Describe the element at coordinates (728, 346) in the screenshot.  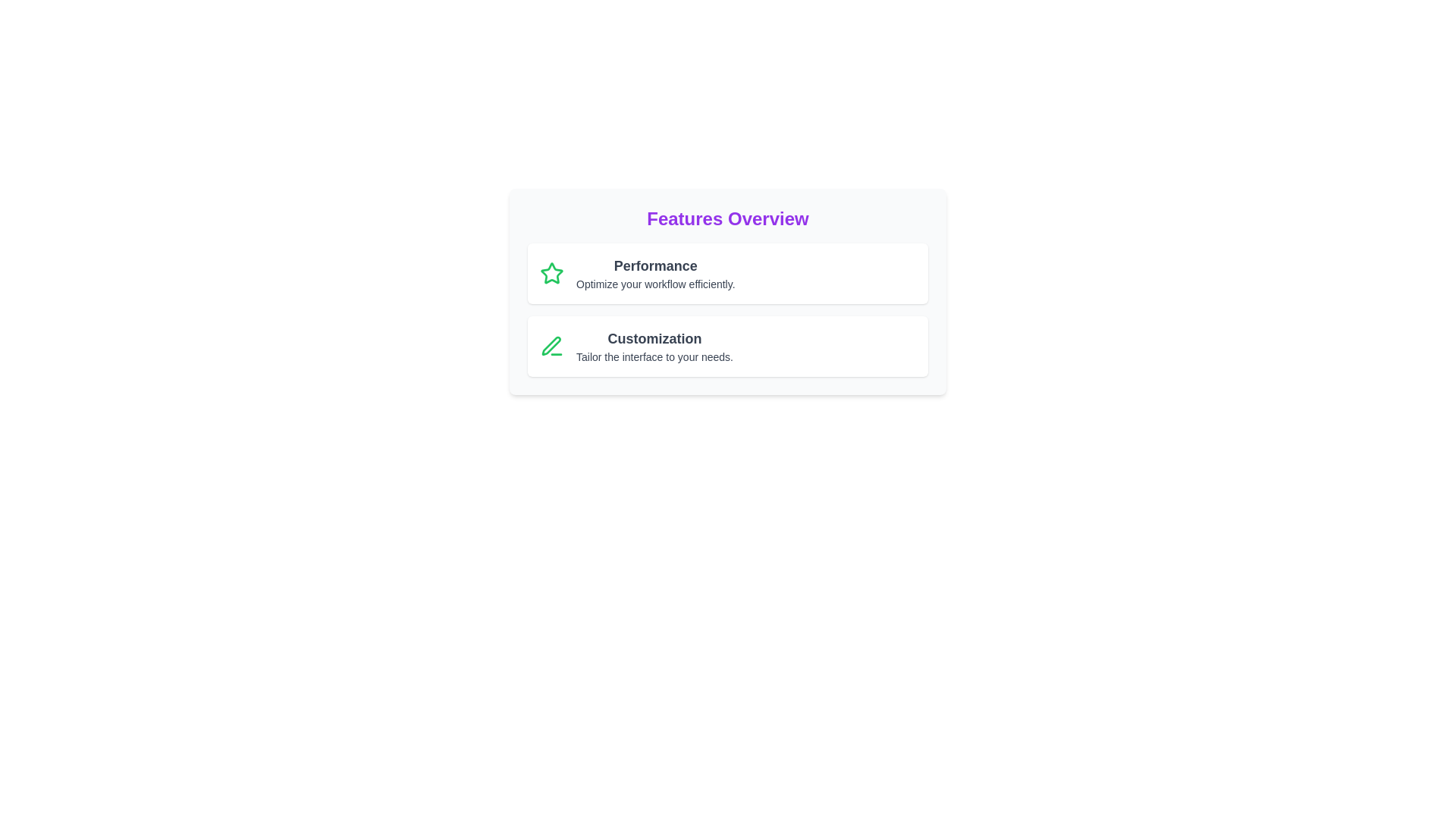
I see `the Feature Description Block that provides information about customization options available in the application, positioned below the 'Performance' element` at that location.